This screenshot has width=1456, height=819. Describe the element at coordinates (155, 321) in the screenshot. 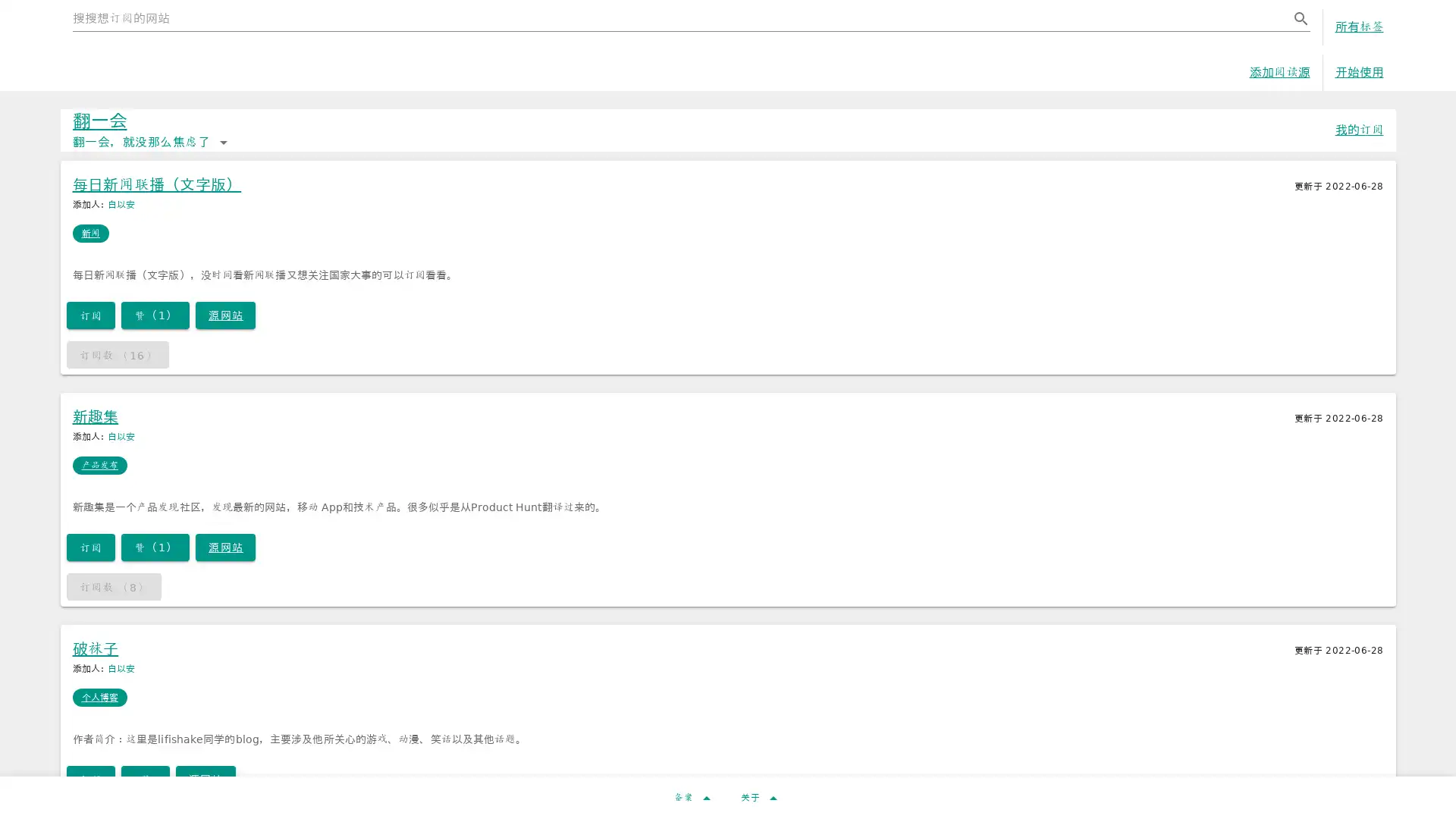

I see `(1)` at that location.